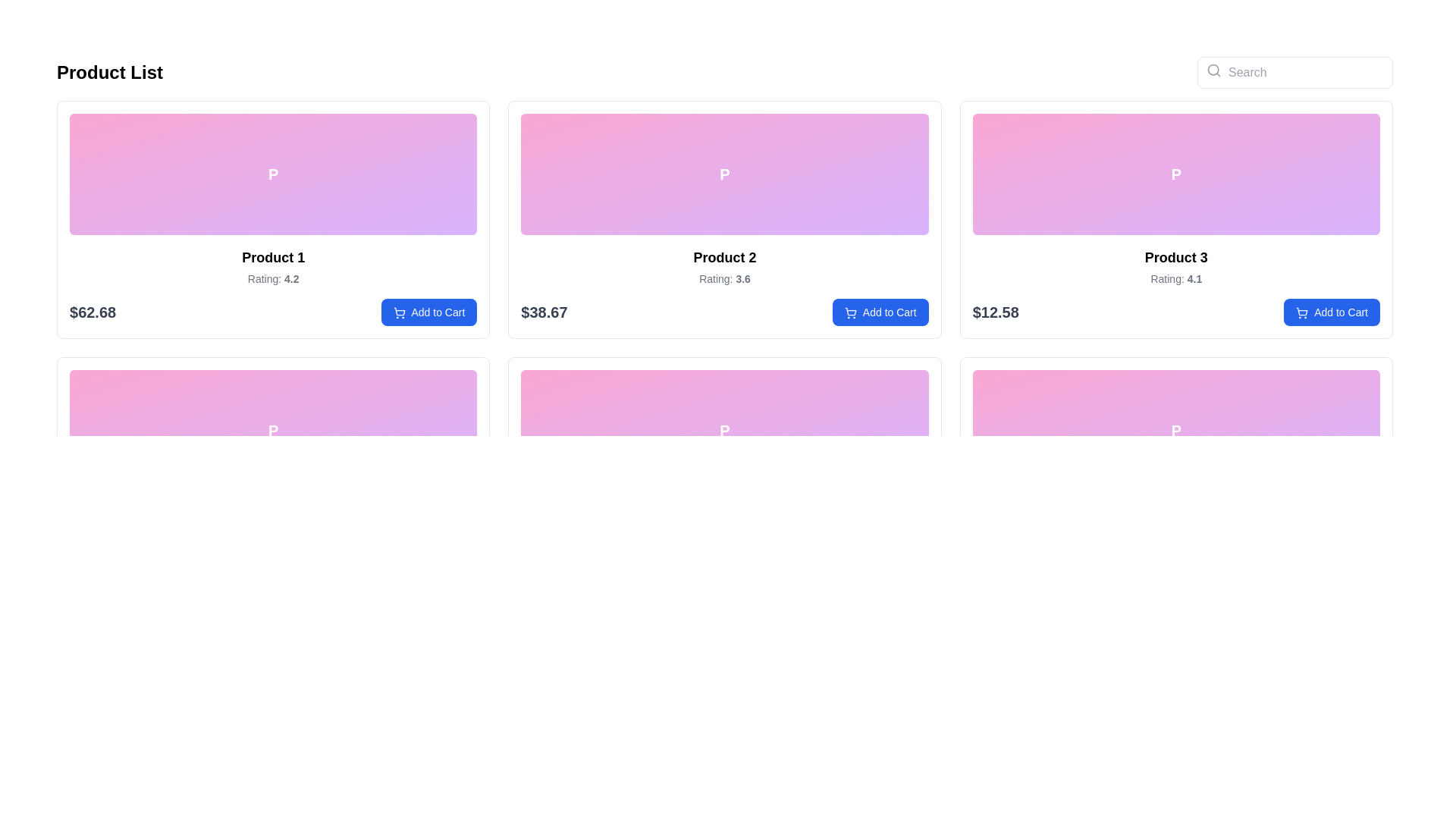 The image size is (1456, 819). What do you see at coordinates (723, 219) in the screenshot?
I see `the second product card in the grid layout` at bounding box center [723, 219].